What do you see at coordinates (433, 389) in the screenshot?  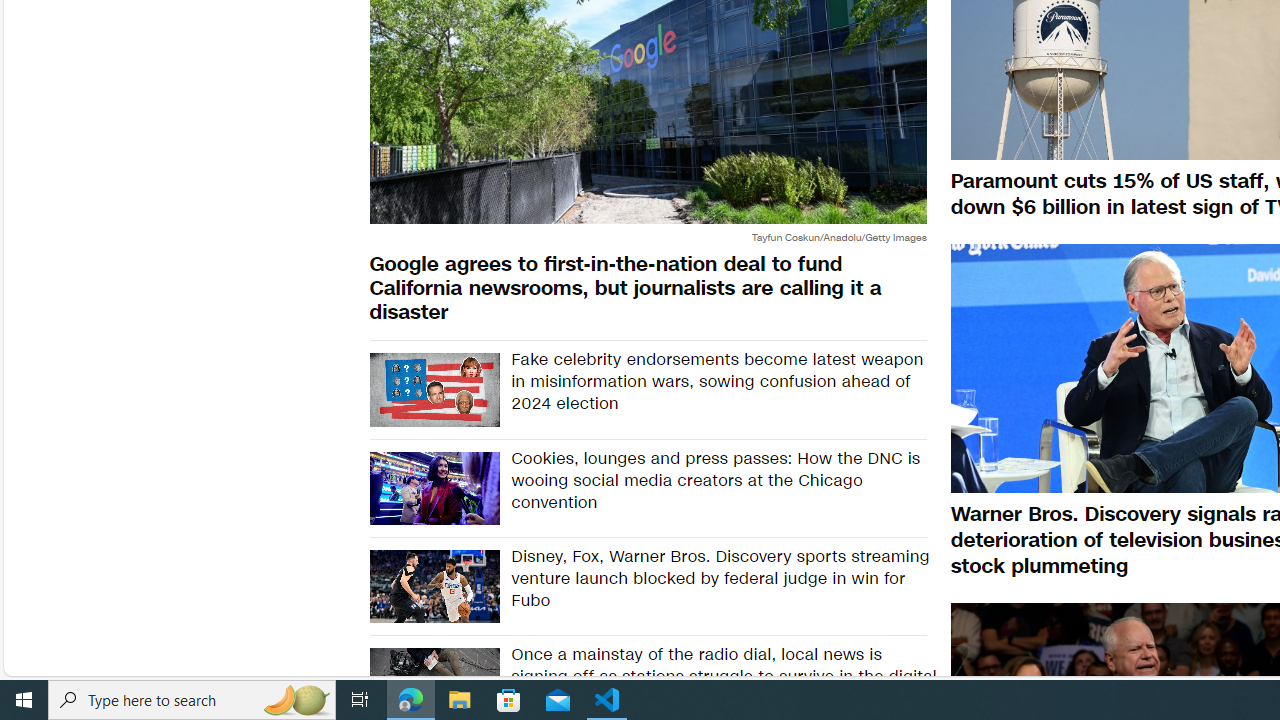 I see `'V6.jpg'` at bounding box center [433, 389].